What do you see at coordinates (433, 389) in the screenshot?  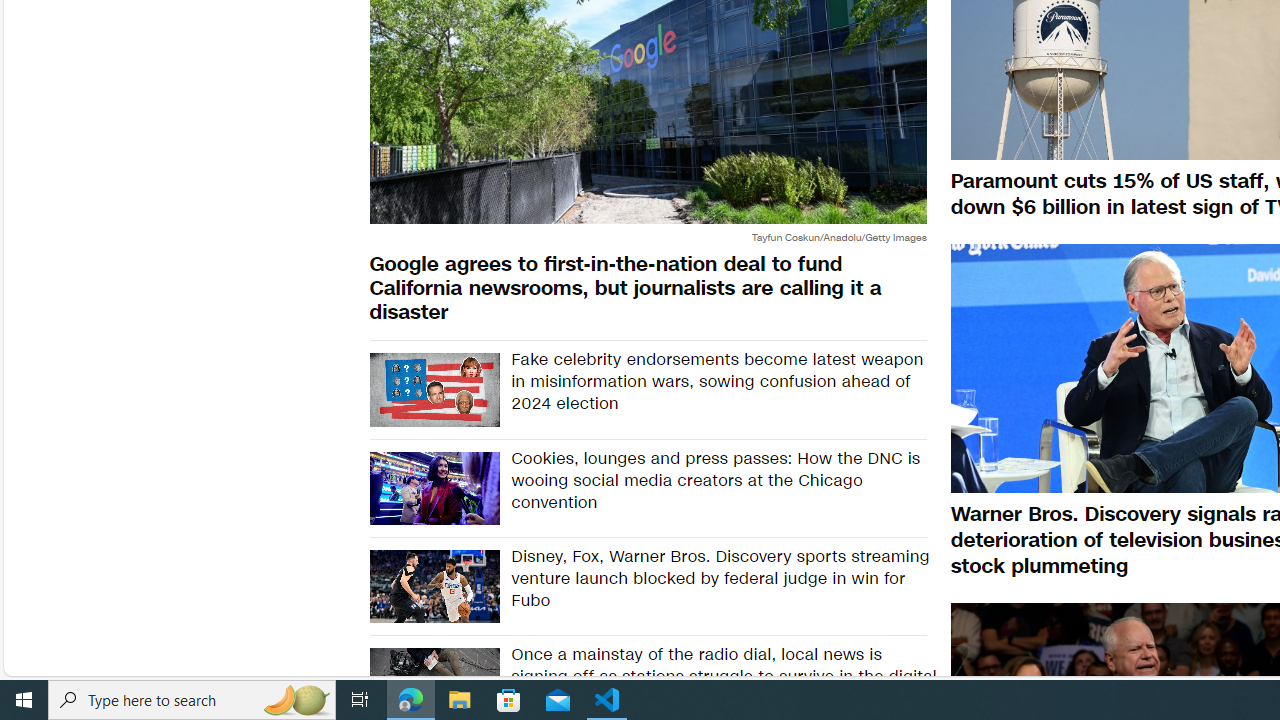 I see `'V6.jpg'` at bounding box center [433, 389].